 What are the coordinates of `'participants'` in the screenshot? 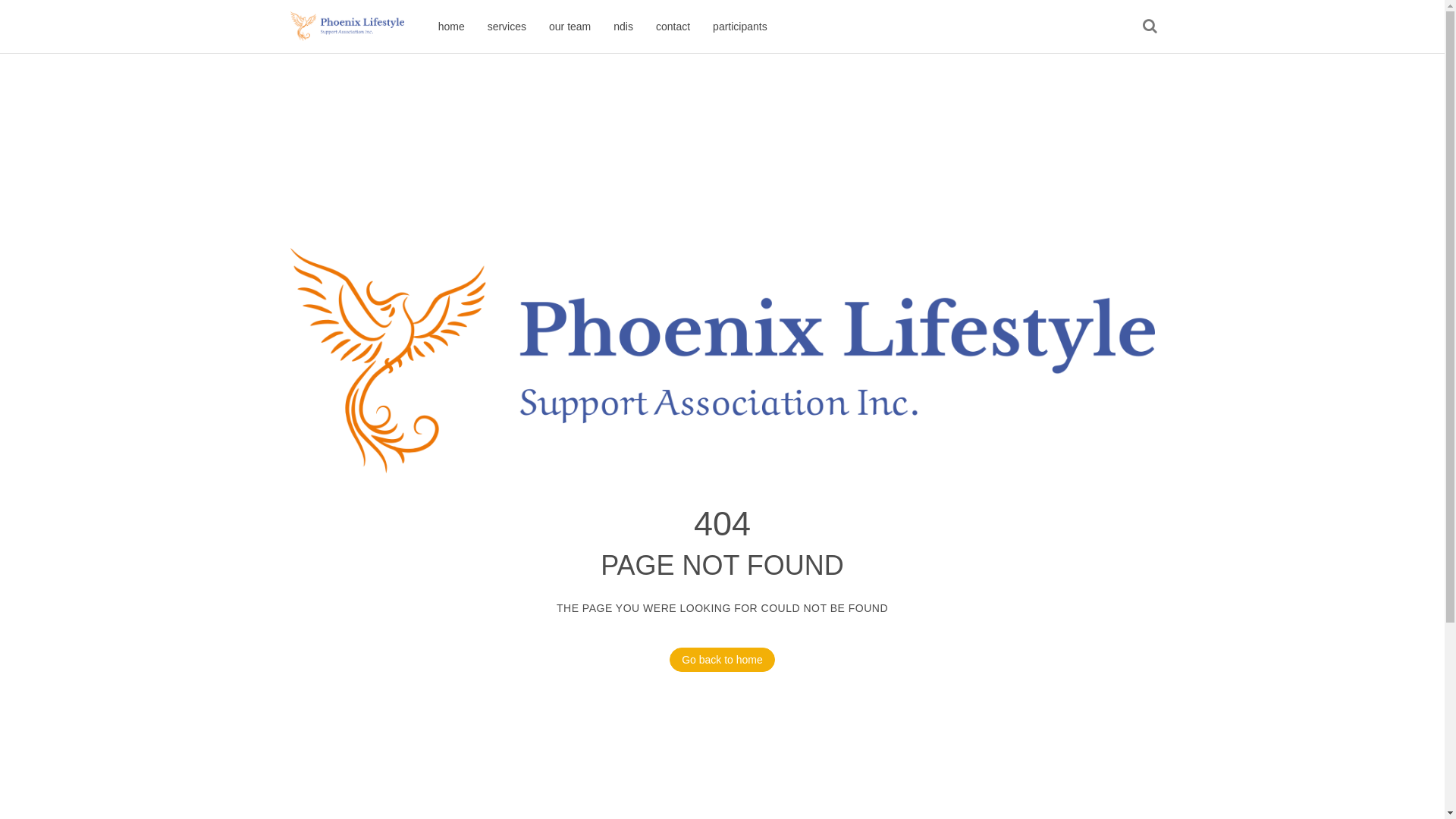 It's located at (701, 26).